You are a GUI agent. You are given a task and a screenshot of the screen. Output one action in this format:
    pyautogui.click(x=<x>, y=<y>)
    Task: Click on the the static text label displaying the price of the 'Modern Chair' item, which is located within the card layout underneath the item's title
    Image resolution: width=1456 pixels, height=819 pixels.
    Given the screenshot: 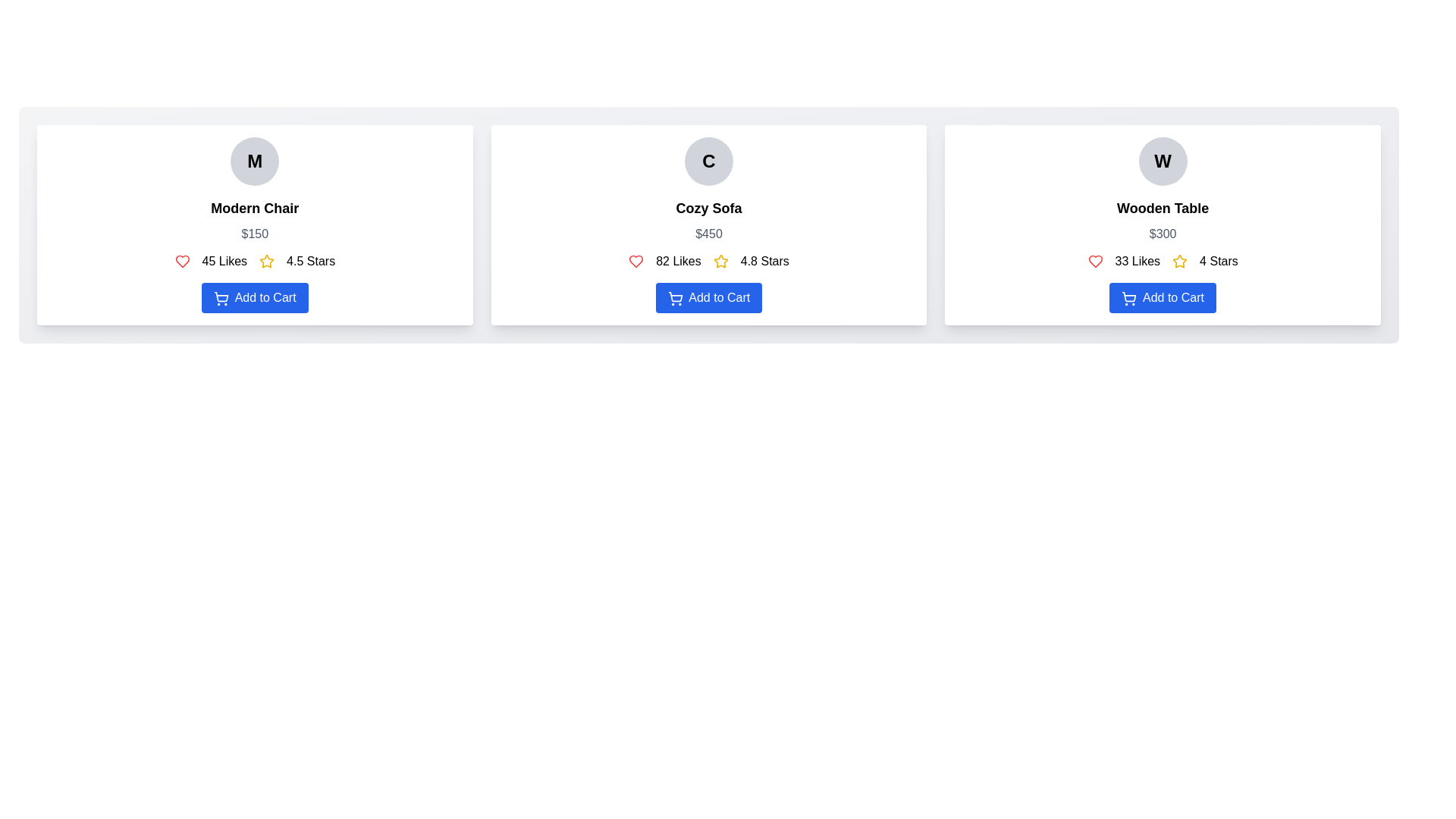 What is the action you would take?
    pyautogui.click(x=255, y=234)
    